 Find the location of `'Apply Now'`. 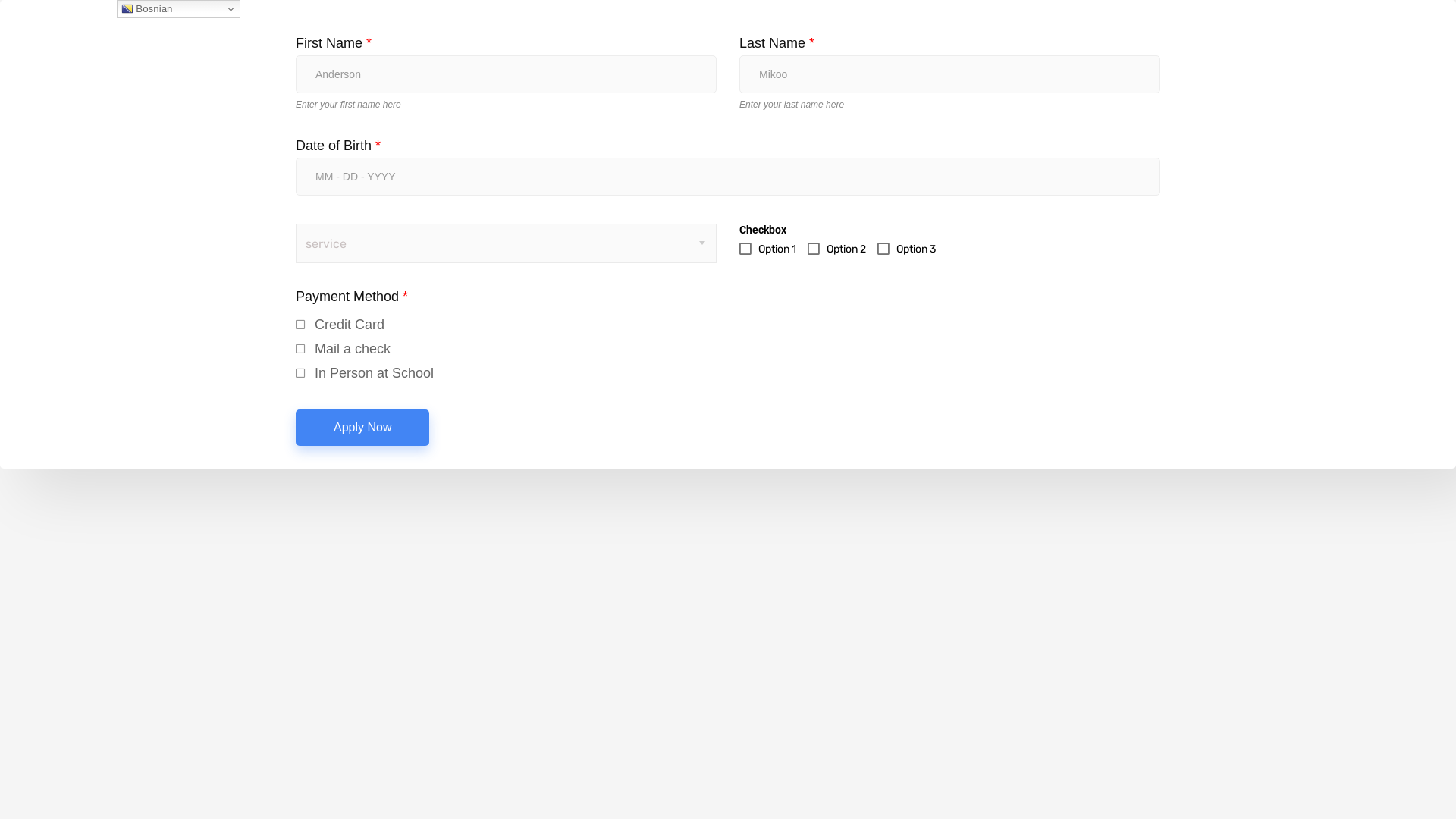

'Apply Now' is located at coordinates (362, 427).